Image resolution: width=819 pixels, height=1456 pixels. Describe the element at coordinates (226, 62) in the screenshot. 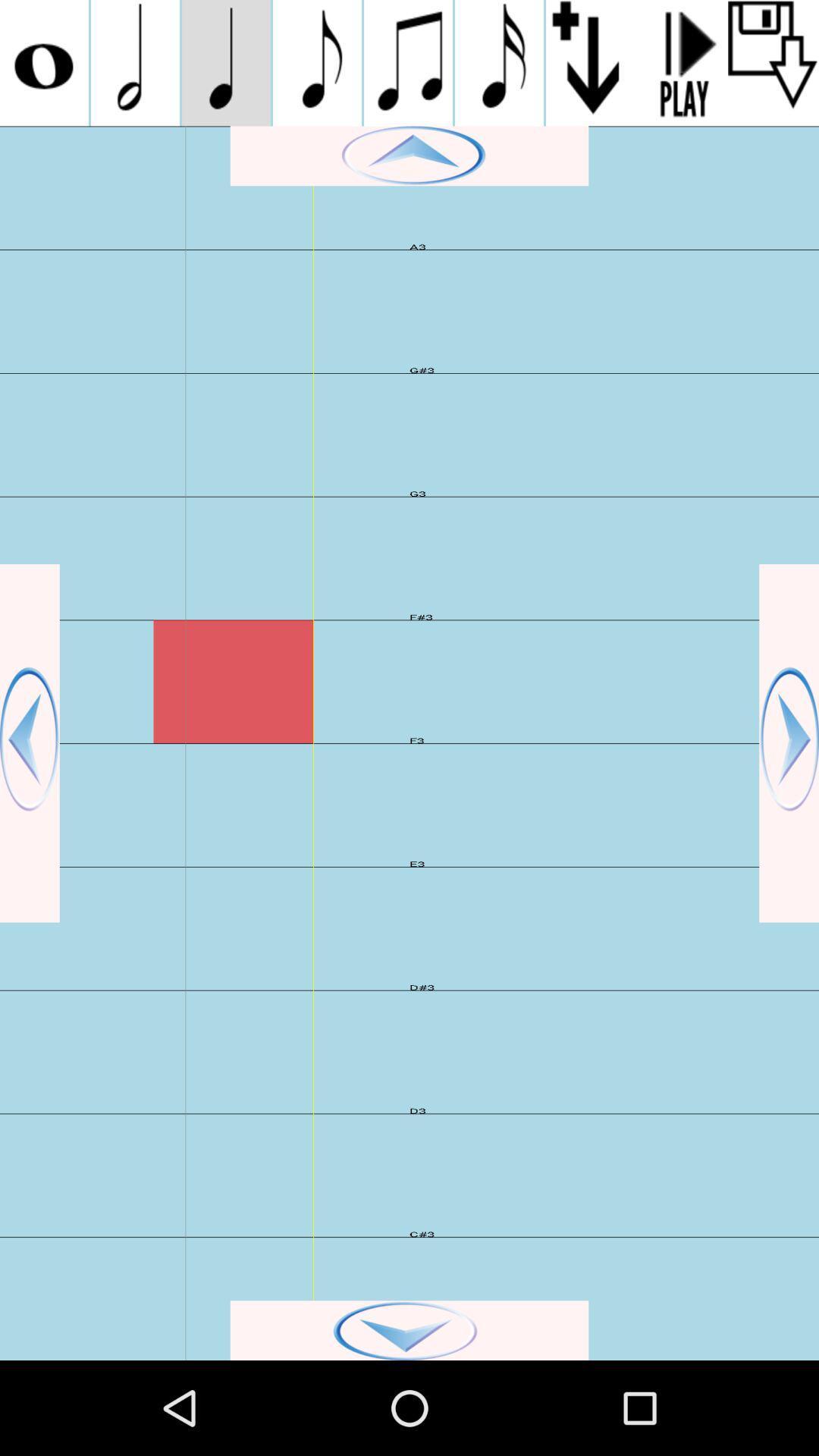

I see `quarter note` at that location.